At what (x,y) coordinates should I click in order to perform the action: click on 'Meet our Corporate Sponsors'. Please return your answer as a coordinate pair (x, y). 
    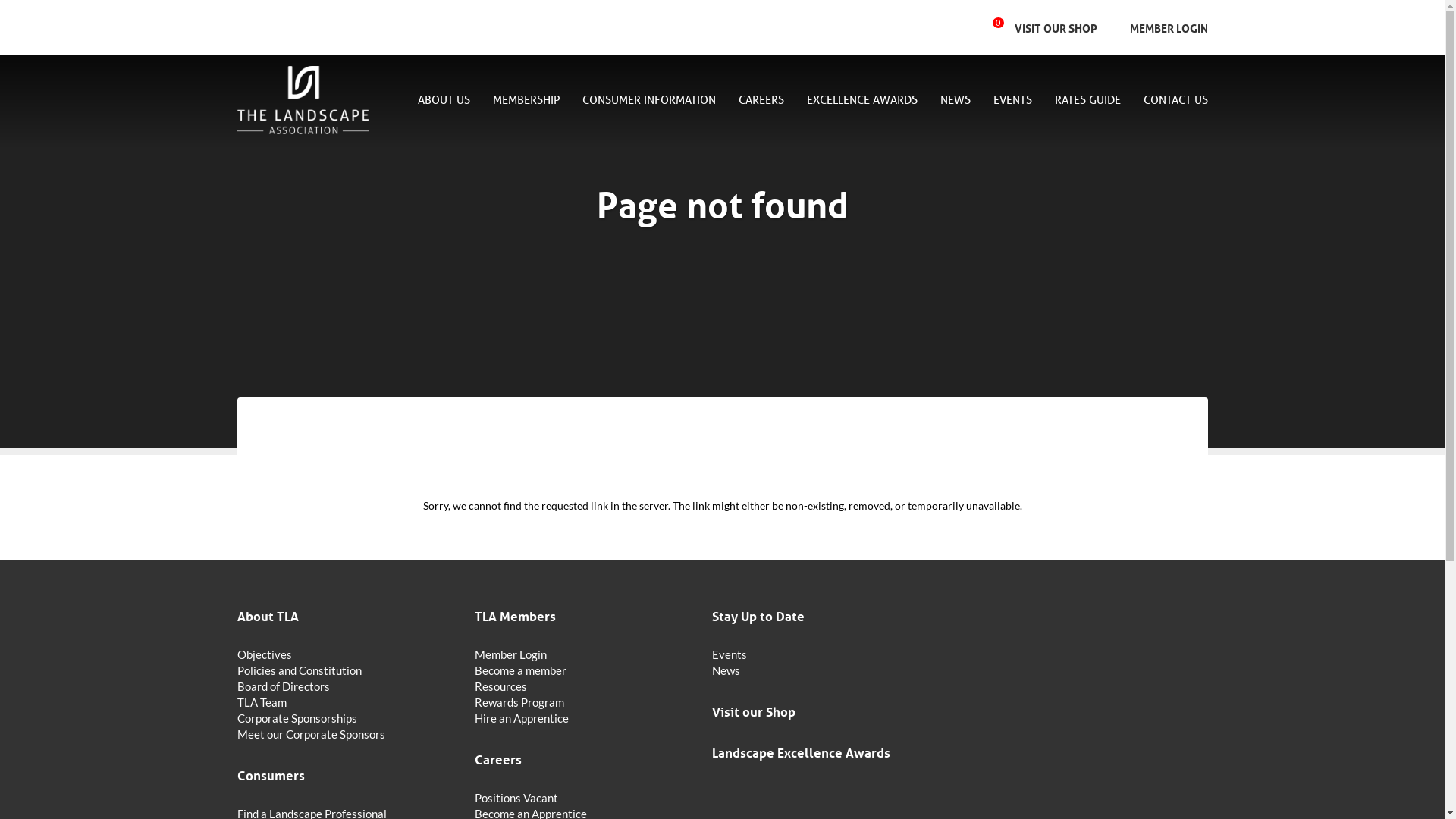
    Looking at the image, I should click on (236, 733).